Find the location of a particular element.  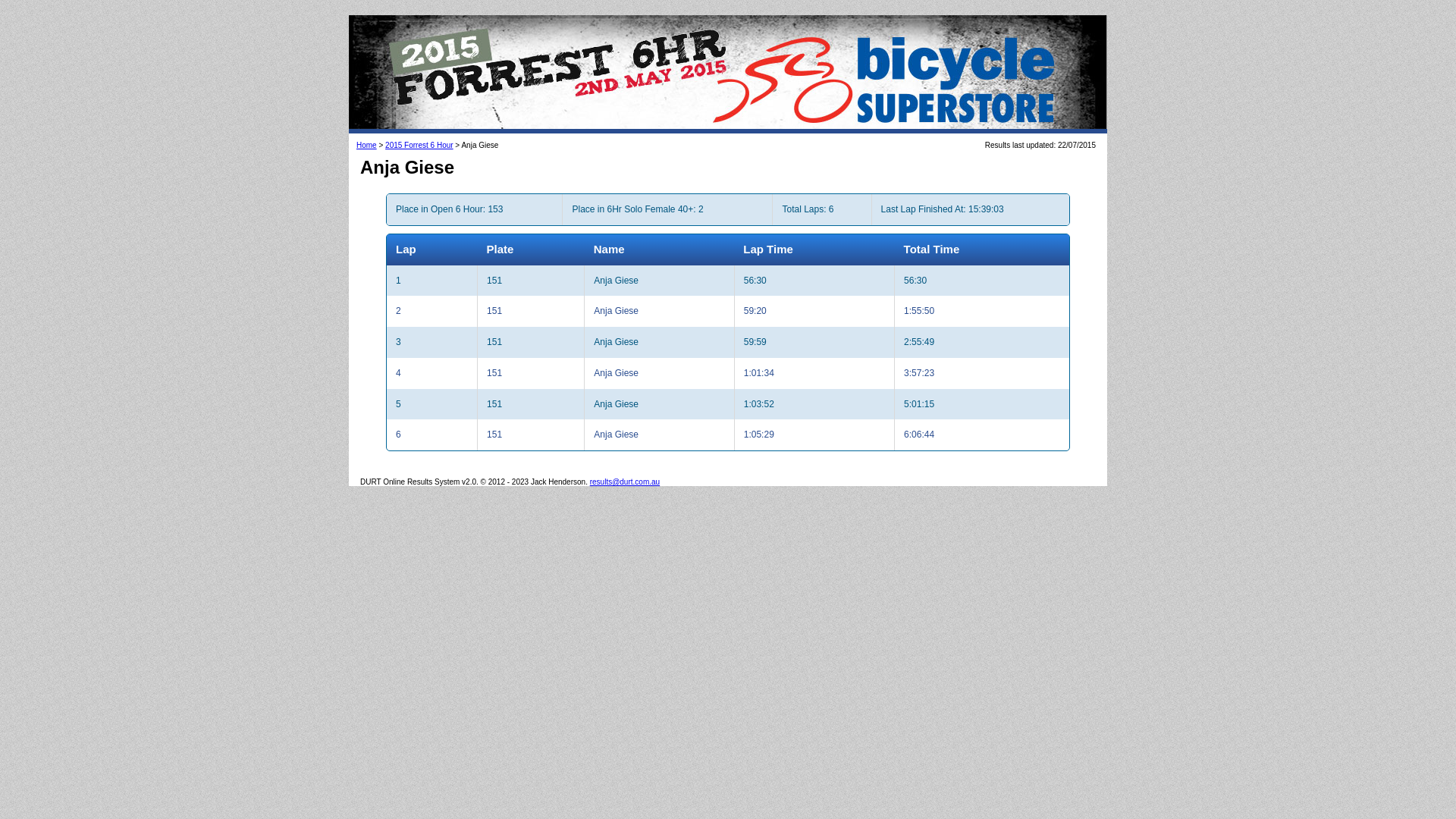

'results@durt.com.au' is located at coordinates (625, 482).